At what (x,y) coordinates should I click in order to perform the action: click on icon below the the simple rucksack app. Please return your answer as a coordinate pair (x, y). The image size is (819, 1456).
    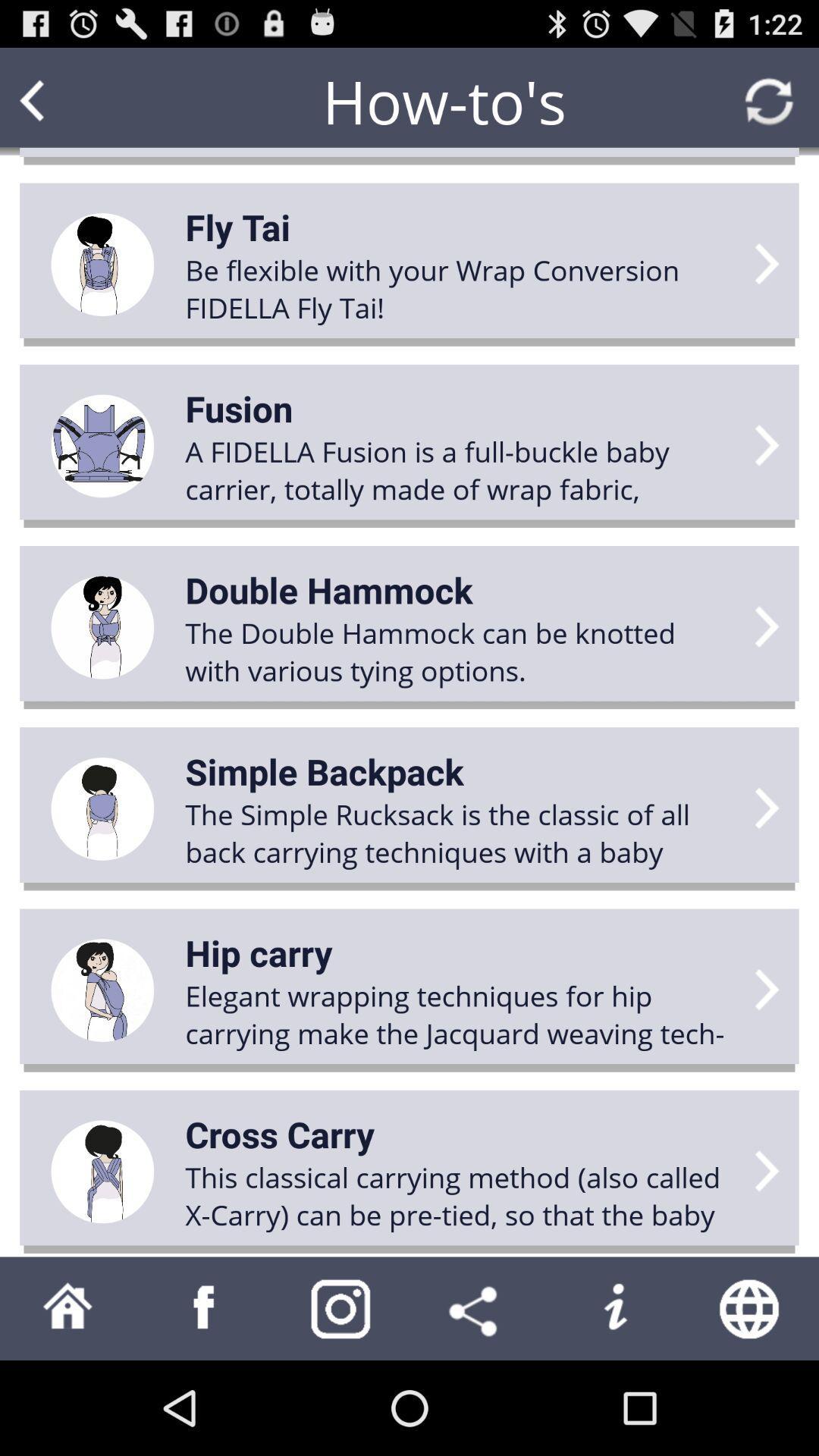
    Looking at the image, I should click on (258, 952).